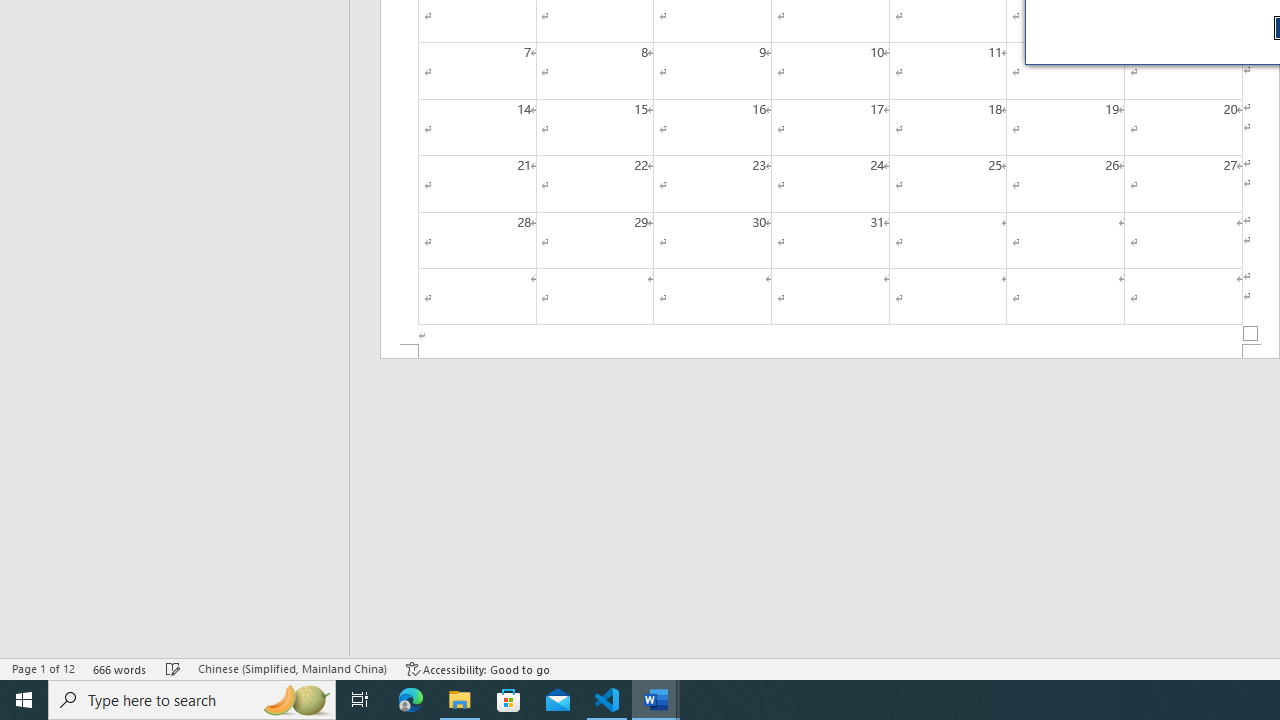  Describe the element at coordinates (294, 698) in the screenshot. I see `'Search highlights icon opens search home window'` at that location.